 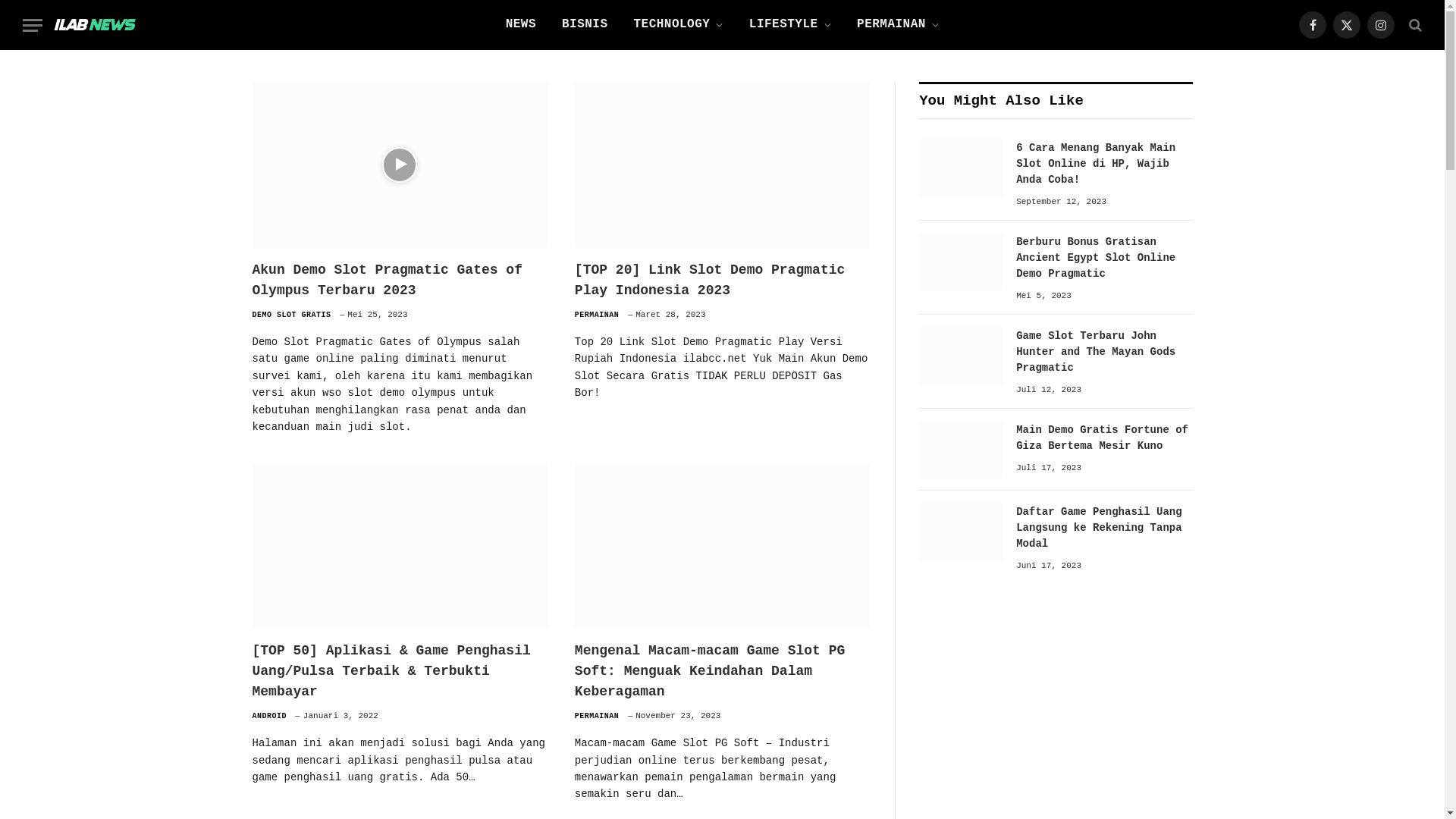 What do you see at coordinates (93, 25) in the screenshot?
I see `'iLab.cc'` at bounding box center [93, 25].